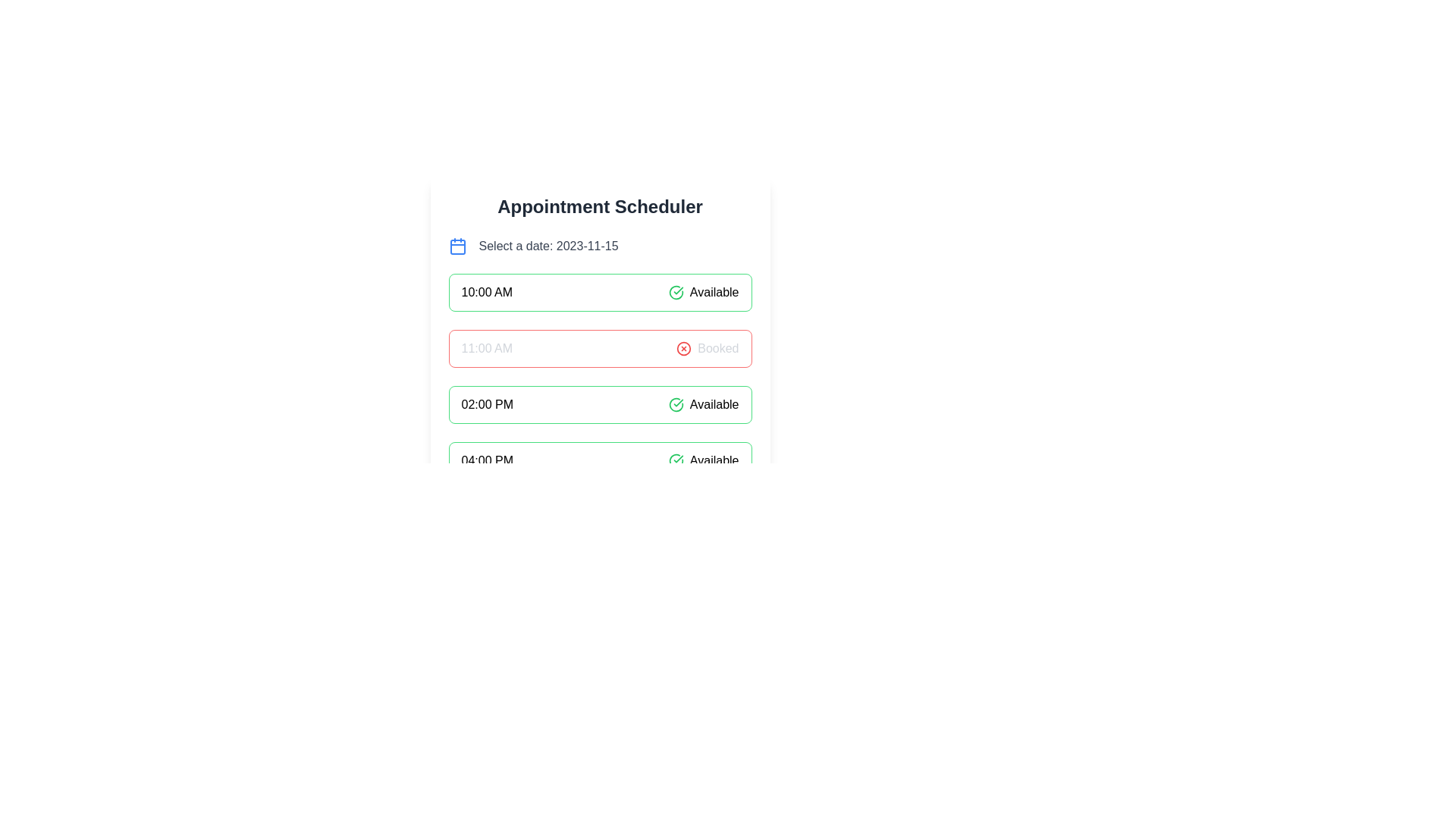 The height and width of the screenshot is (819, 1456). I want to click on the text label displaying '10:00 AM', which indicates the time slot for an appointment in the first schedule block marked as available, so click(487, 292).